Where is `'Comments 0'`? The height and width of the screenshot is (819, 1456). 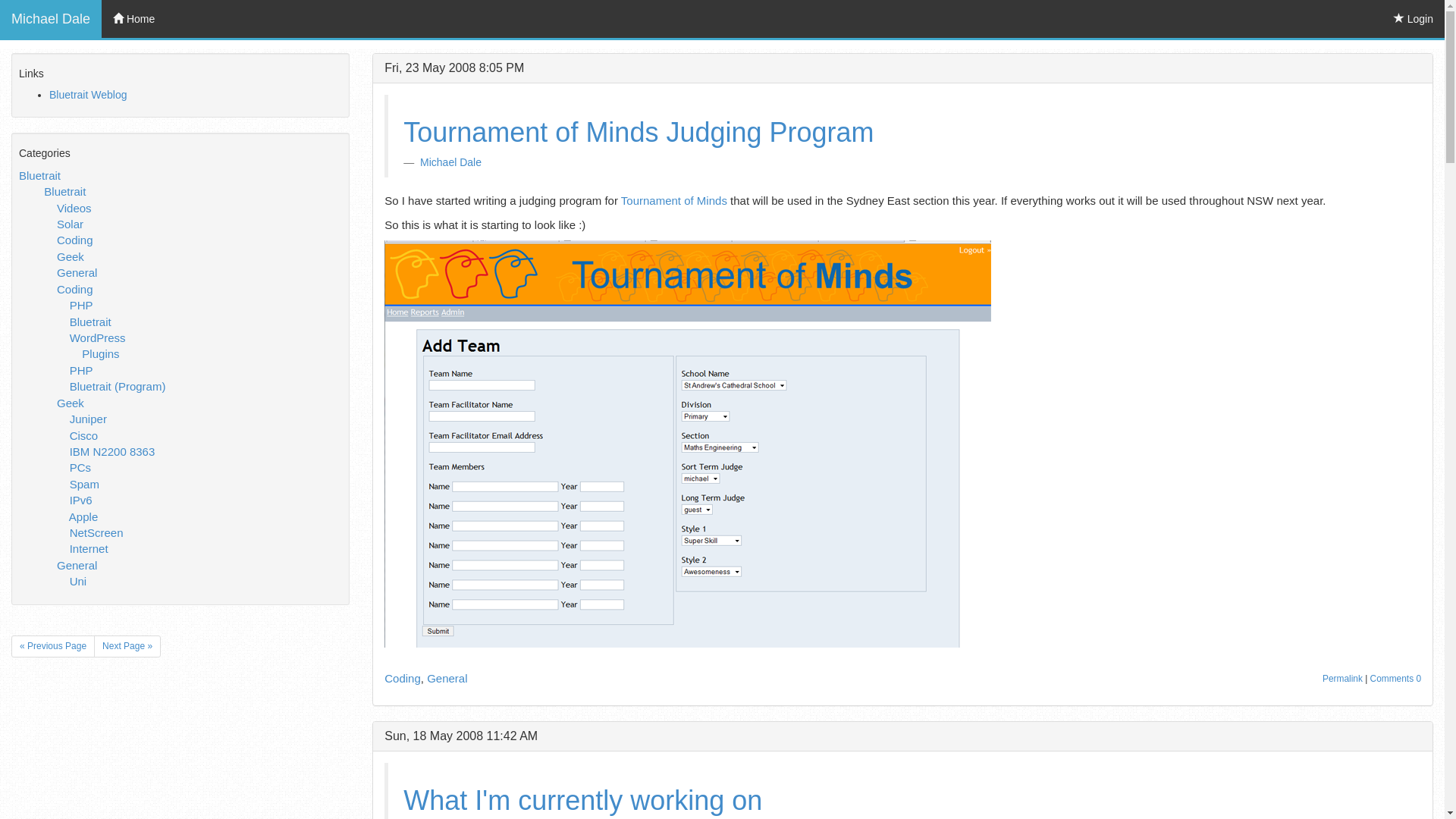
'Comments 0' is located at coordinates (1370, 677).